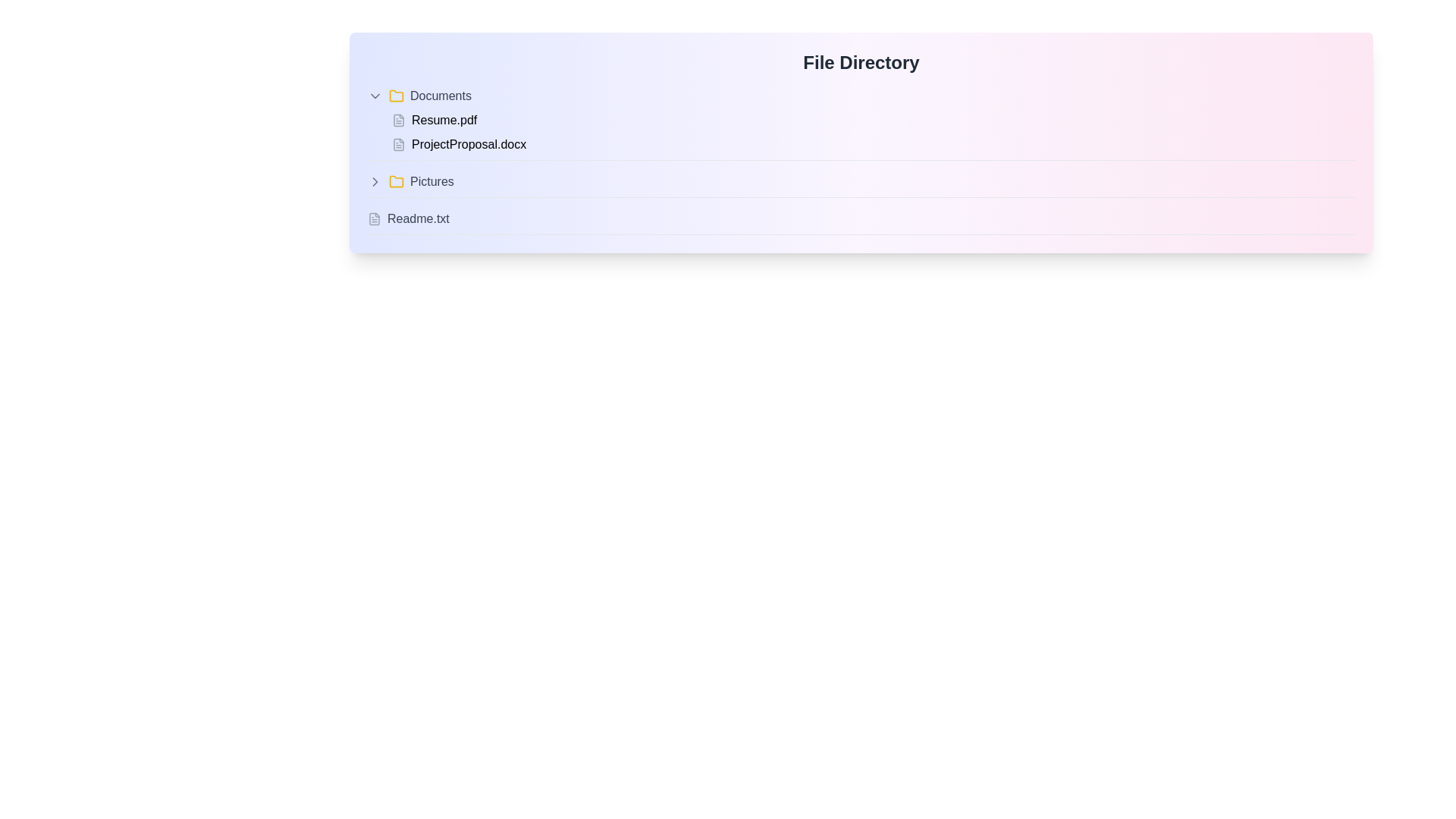  I want to click on the icon that visually indicates the file type or category associated with 'Resume.pdf', located in the 'Documents' folder section, positioned to the left of the file name label, so click(399, 119).